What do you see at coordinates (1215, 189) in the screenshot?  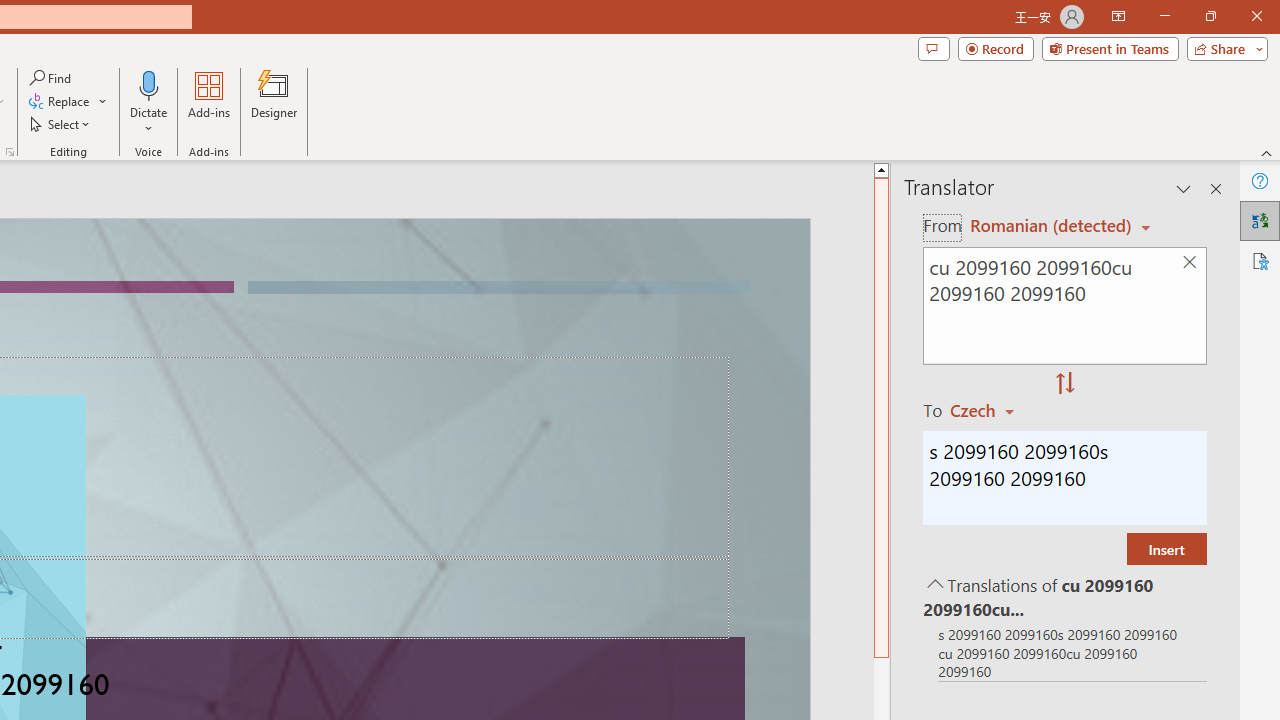 I see `'Close pane'` at bounding box center [1215, 189].